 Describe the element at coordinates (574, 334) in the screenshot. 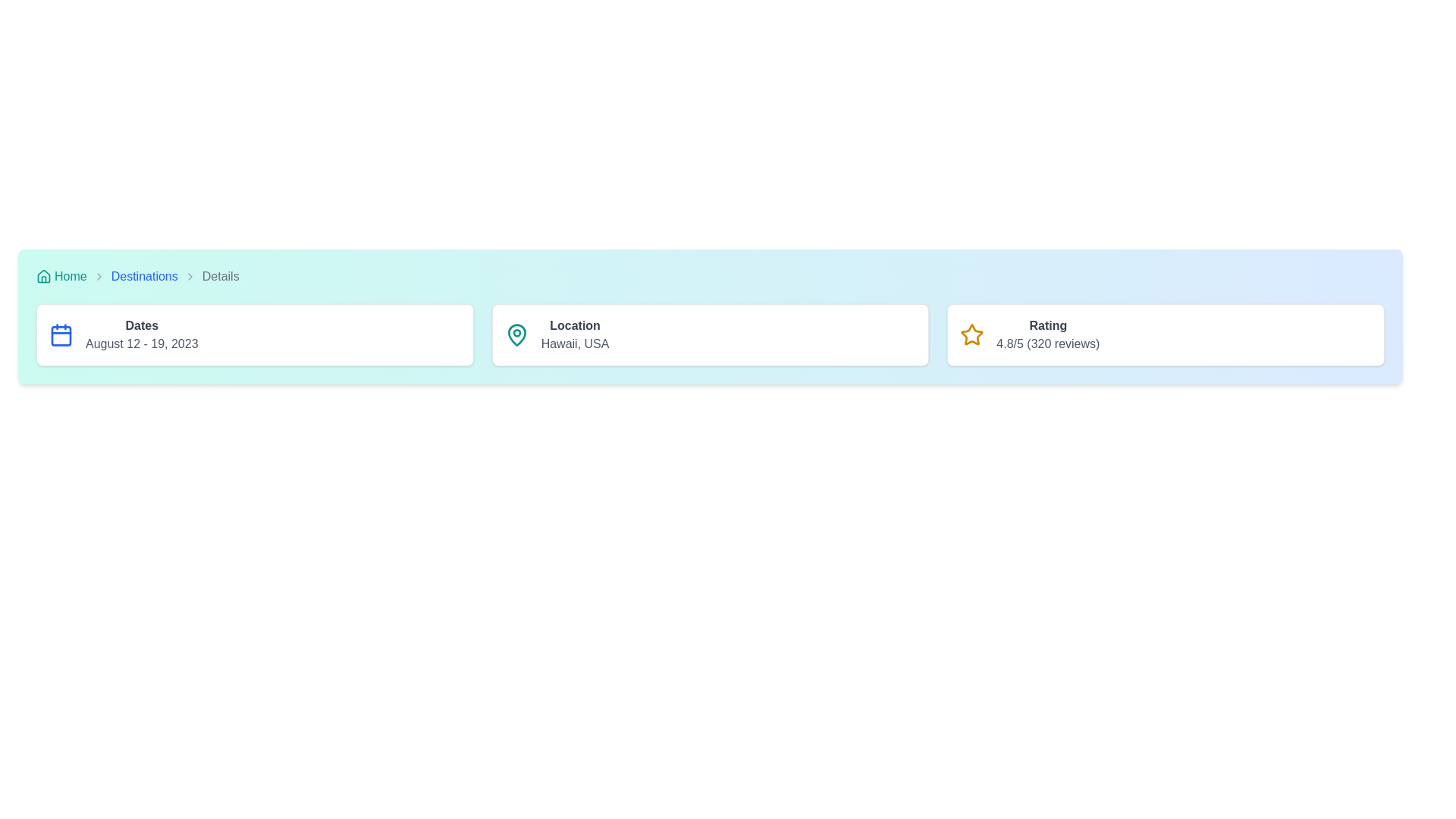

I see `contents of the Text label displaying 'Location' and 'Hawaii, USA', which is positioned in the middle card section between 'Dates' and 'Rating'` at that location.